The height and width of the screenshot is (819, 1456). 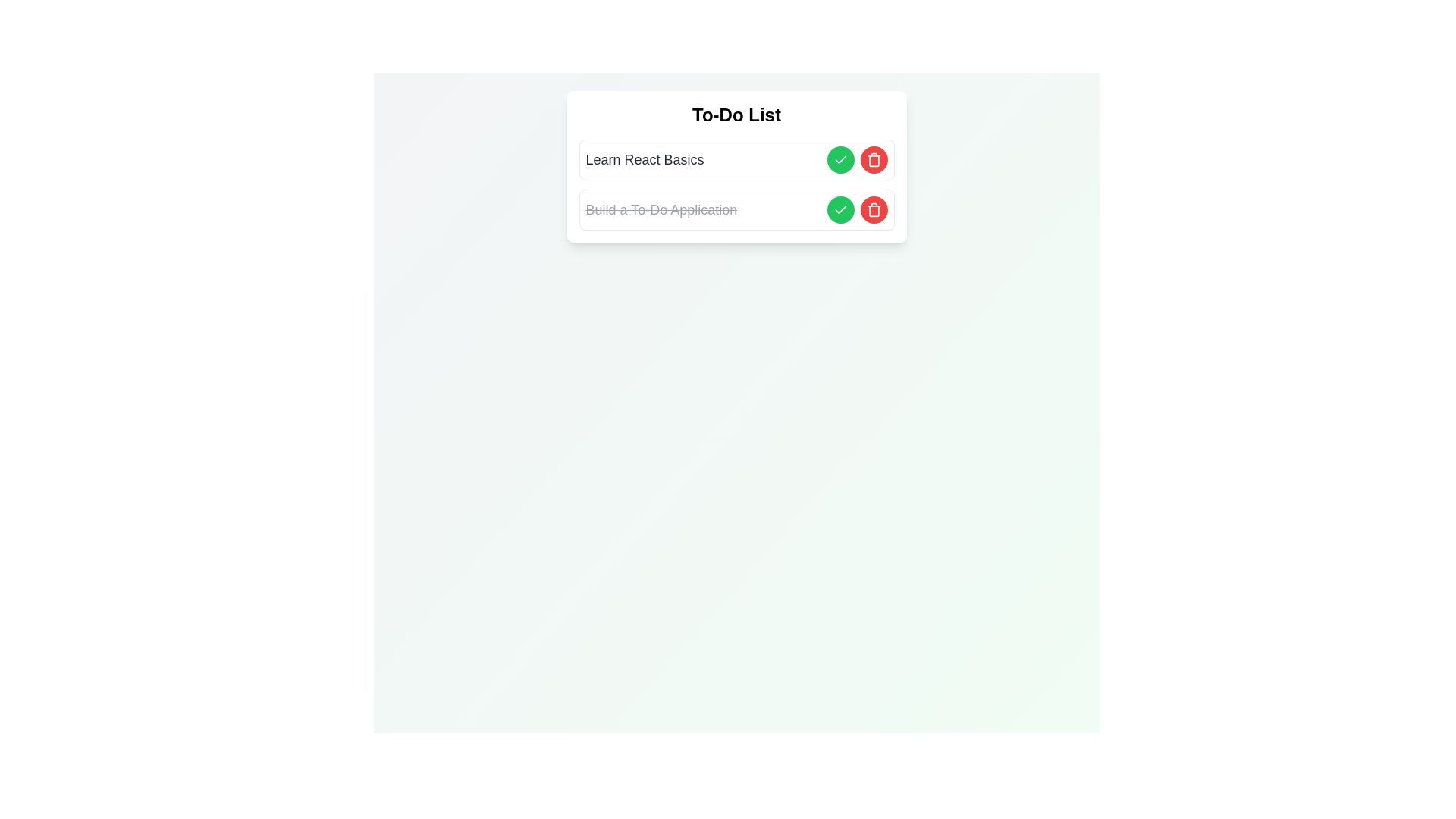 I want to click on the trash can icon located, so click(x=874, y=160).